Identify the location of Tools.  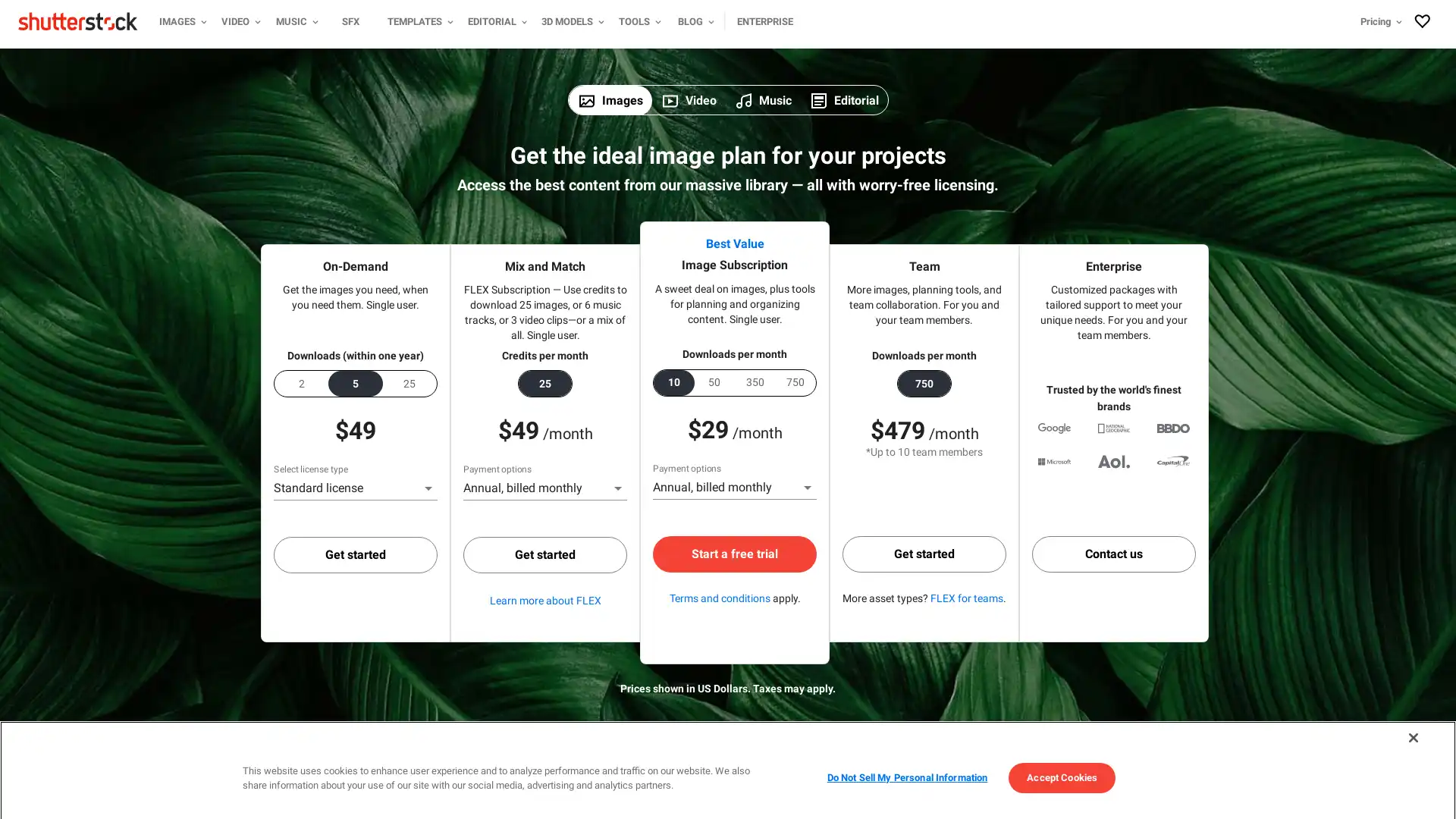
(638, 20).